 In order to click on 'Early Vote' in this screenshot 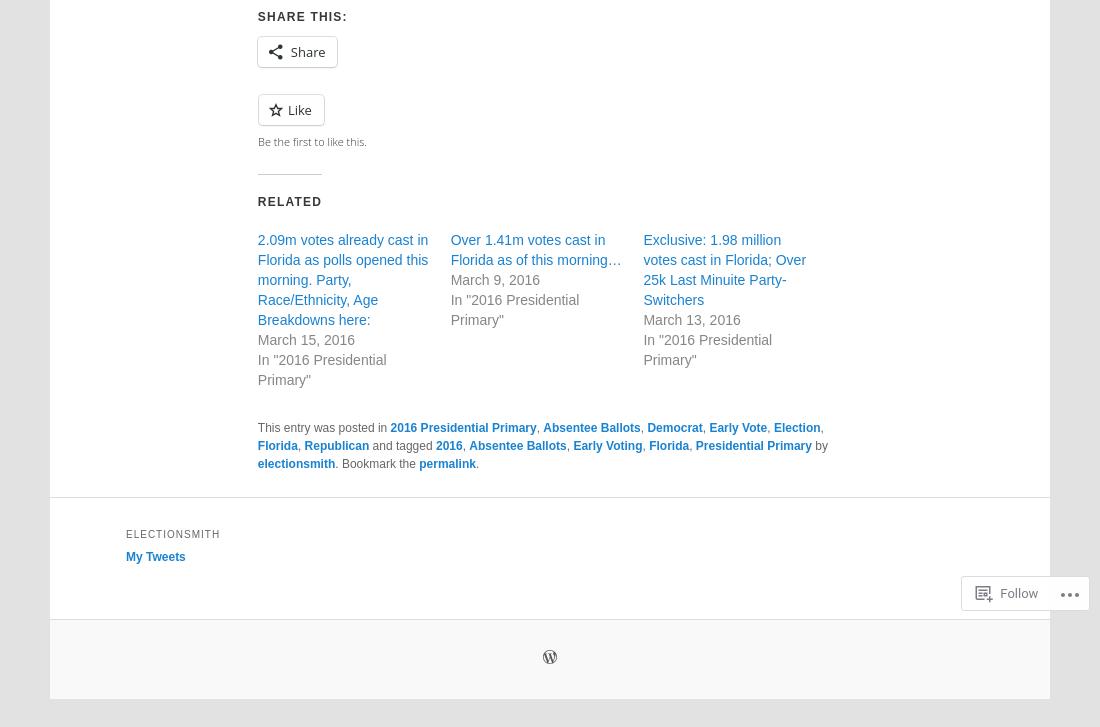, I will do `click(707, 425)`.